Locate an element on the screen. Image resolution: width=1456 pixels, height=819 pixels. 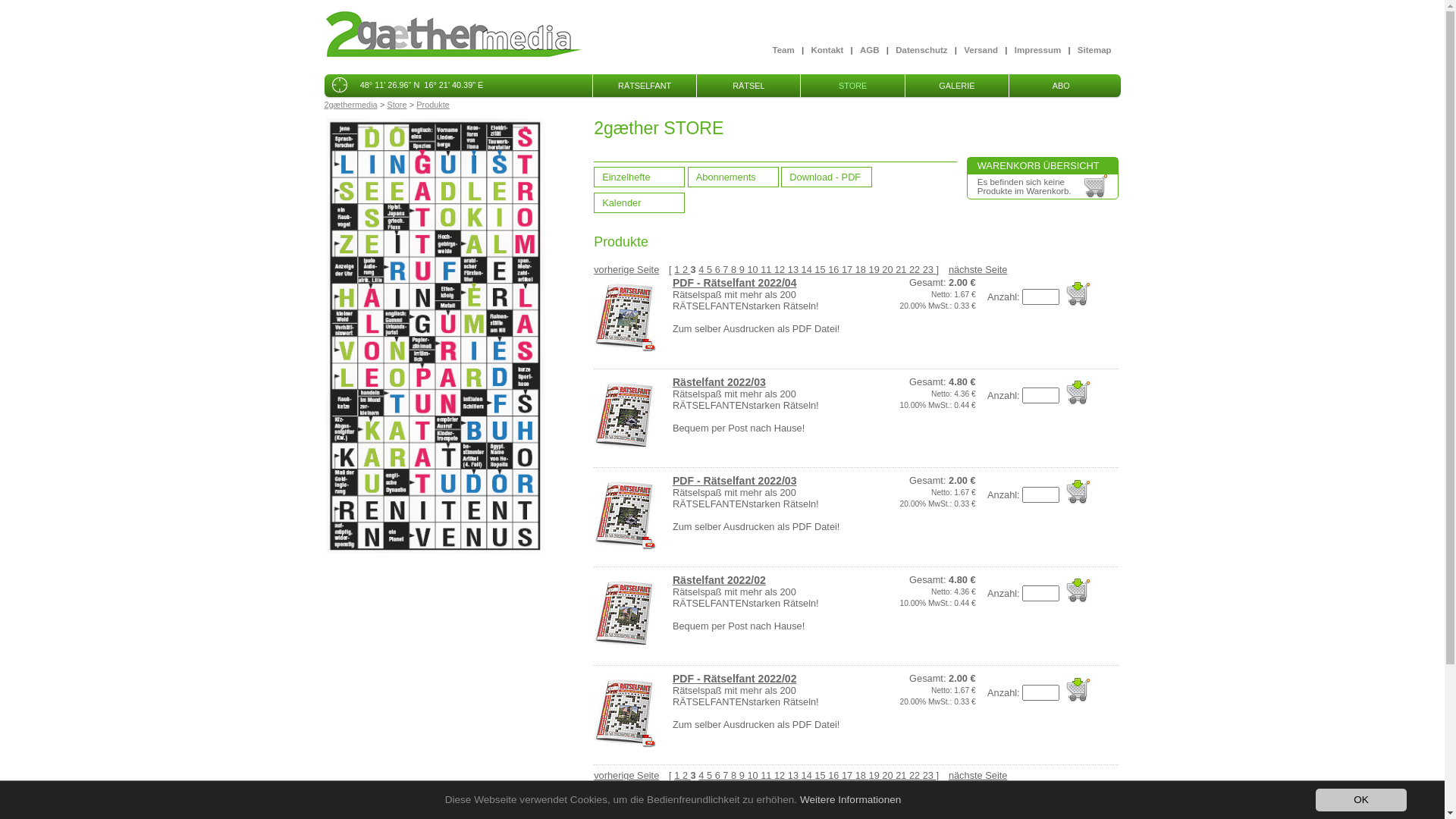
'6' is located at coordinates (718, 775).